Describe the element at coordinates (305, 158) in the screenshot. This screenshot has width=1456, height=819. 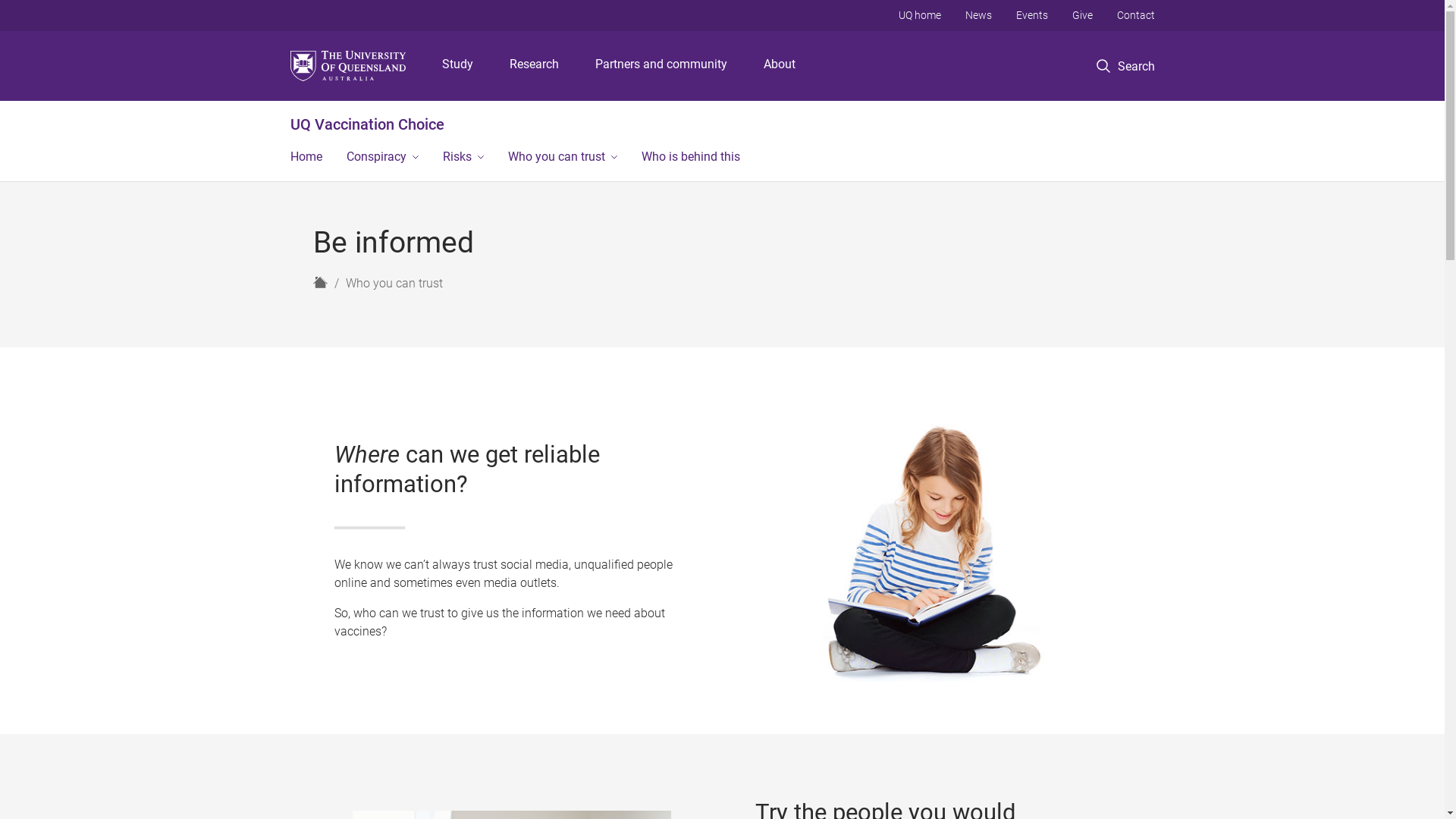
I see `'Home'` at that location.